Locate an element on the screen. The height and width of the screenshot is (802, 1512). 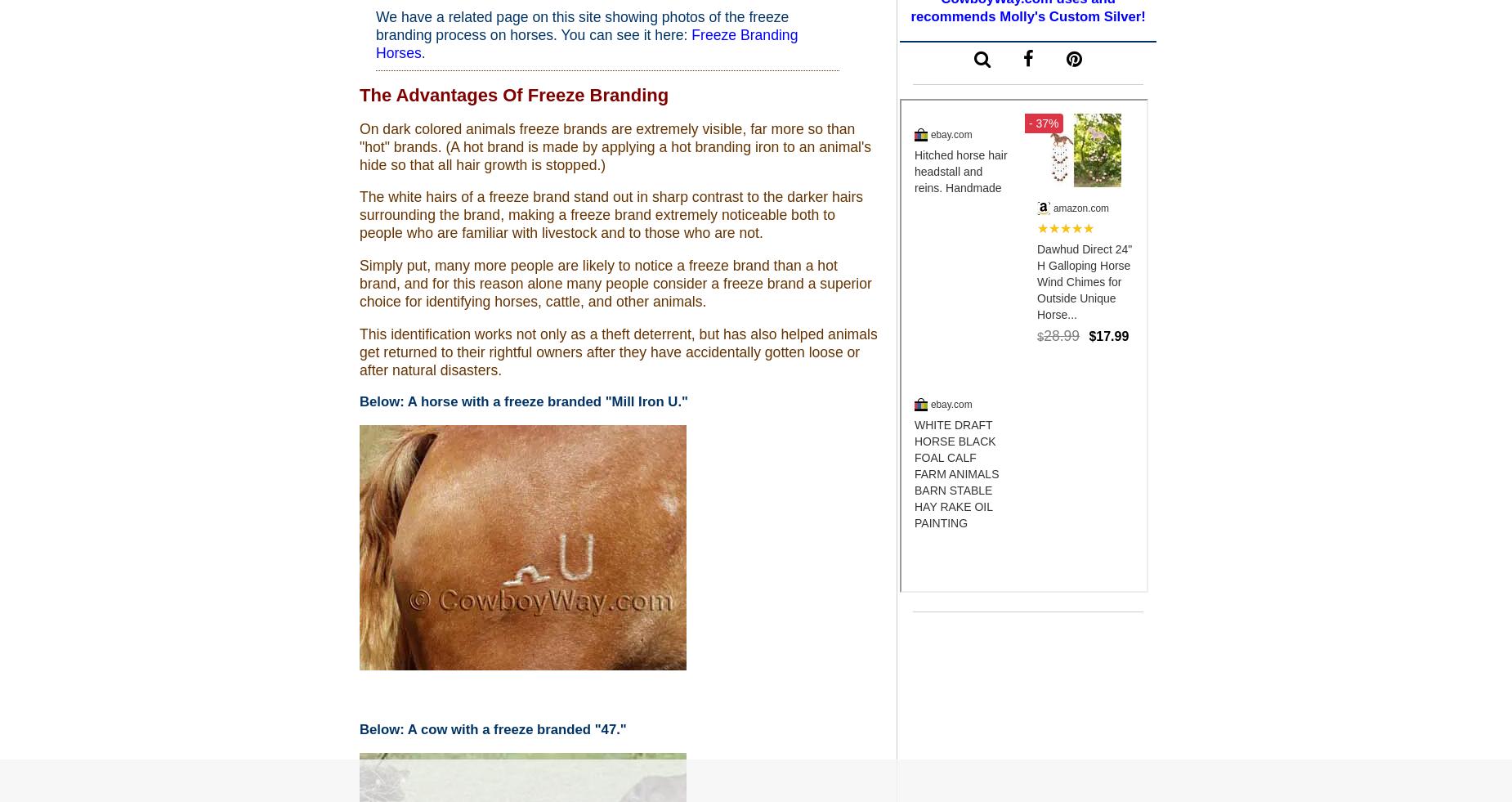
'Simply put, many more people are likely to notice a freeze brand than a hot brand, and
for this reason alone many people consider a freeze brand a superior choice for
identifying horses, cattle, and other animals.' is located at coordinates (358, 282).